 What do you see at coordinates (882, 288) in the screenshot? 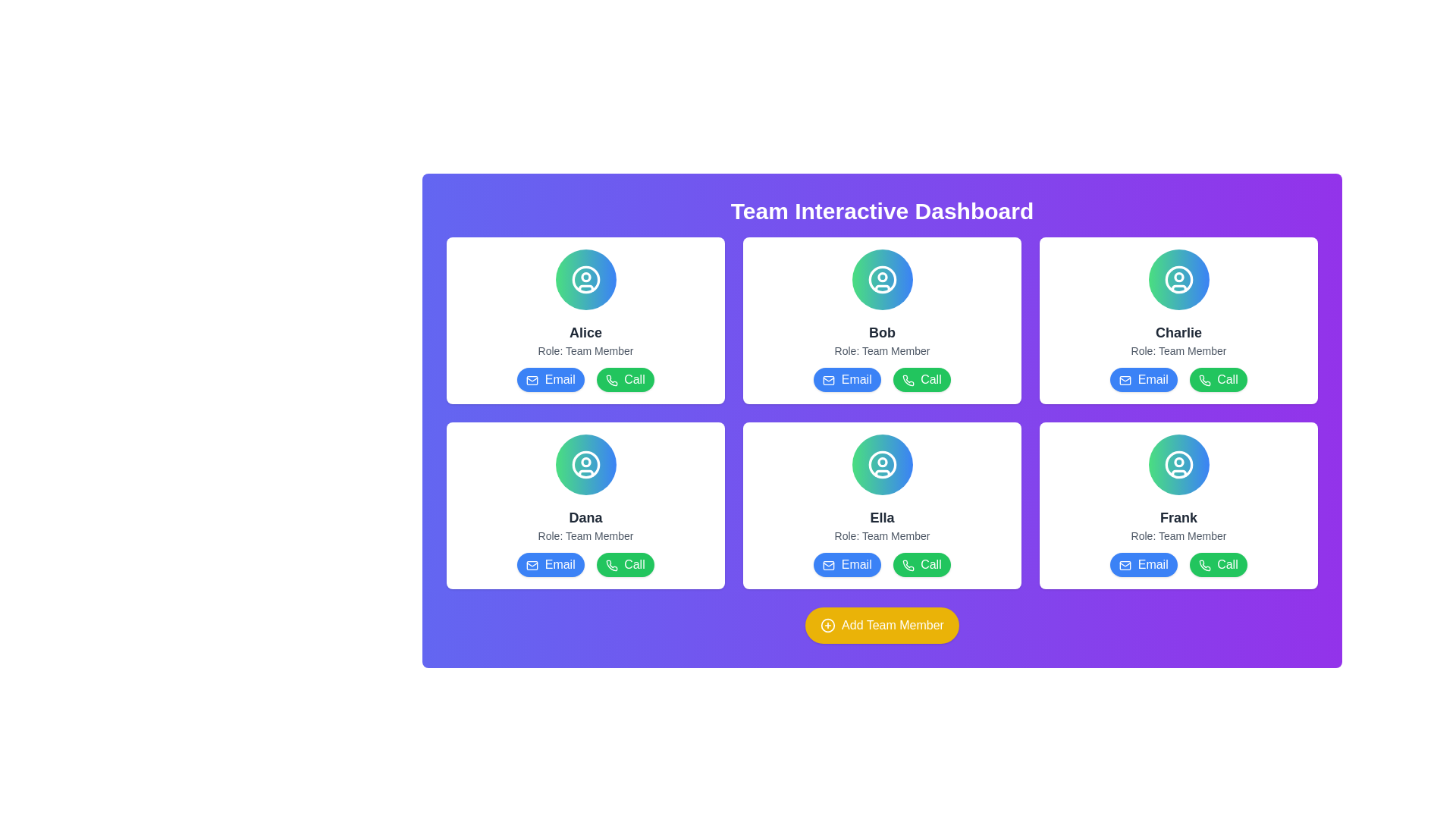
I see `the graphical decoration arc/line that represents the boundary of Bob's user profile icon, located at the bottom-most position within the user profile card` at bounding box center [882, 288].